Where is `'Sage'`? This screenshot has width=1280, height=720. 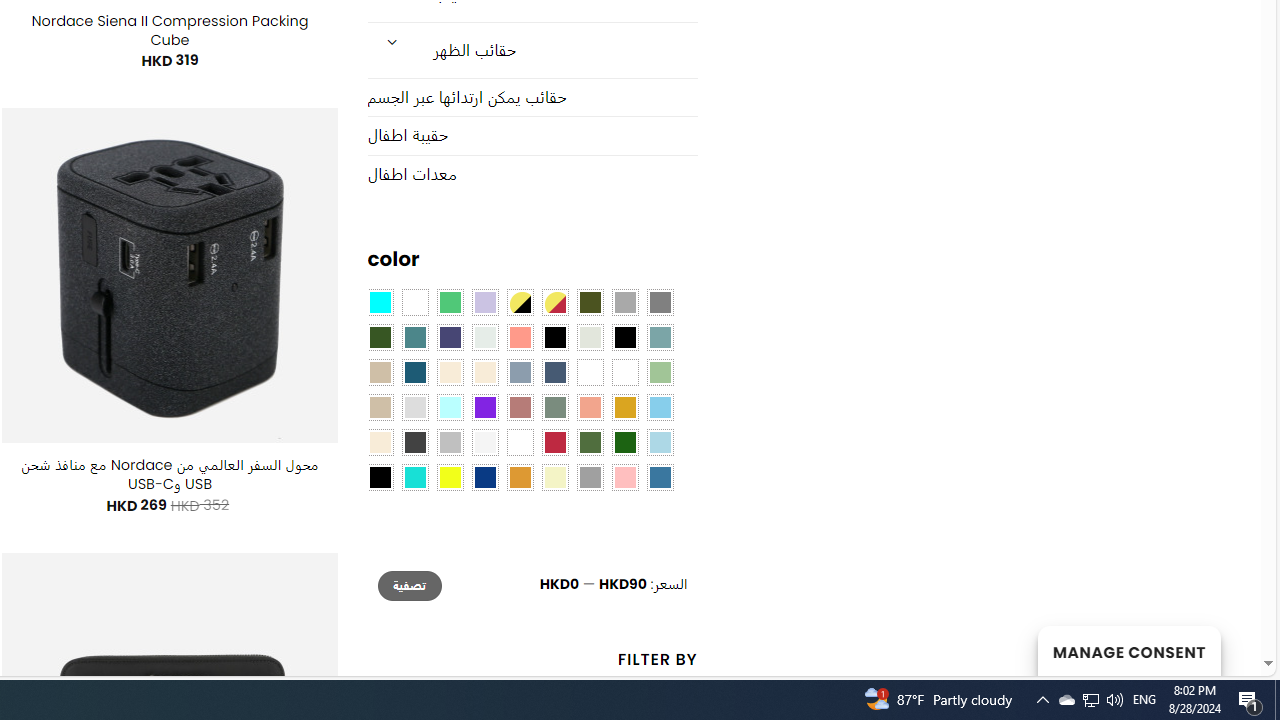 'Sage' is located at coordinates (554, 407).